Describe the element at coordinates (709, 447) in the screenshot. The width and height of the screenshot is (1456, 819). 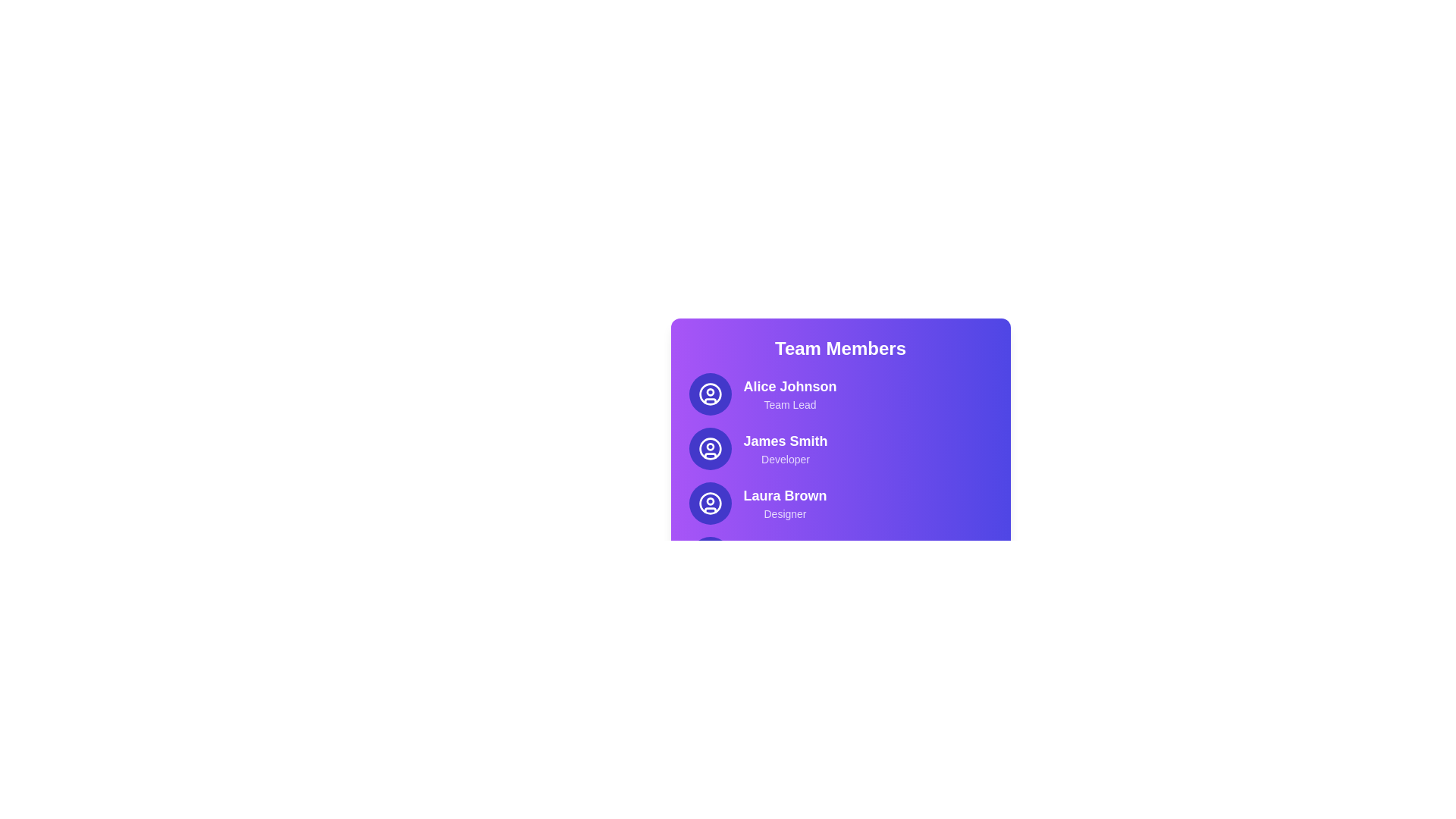
I see `the circular icon button with a dark indigo background and a white outlined user profile icon, located next to 'James Smith', the second avatar in the 'Team Members' section` at that location.